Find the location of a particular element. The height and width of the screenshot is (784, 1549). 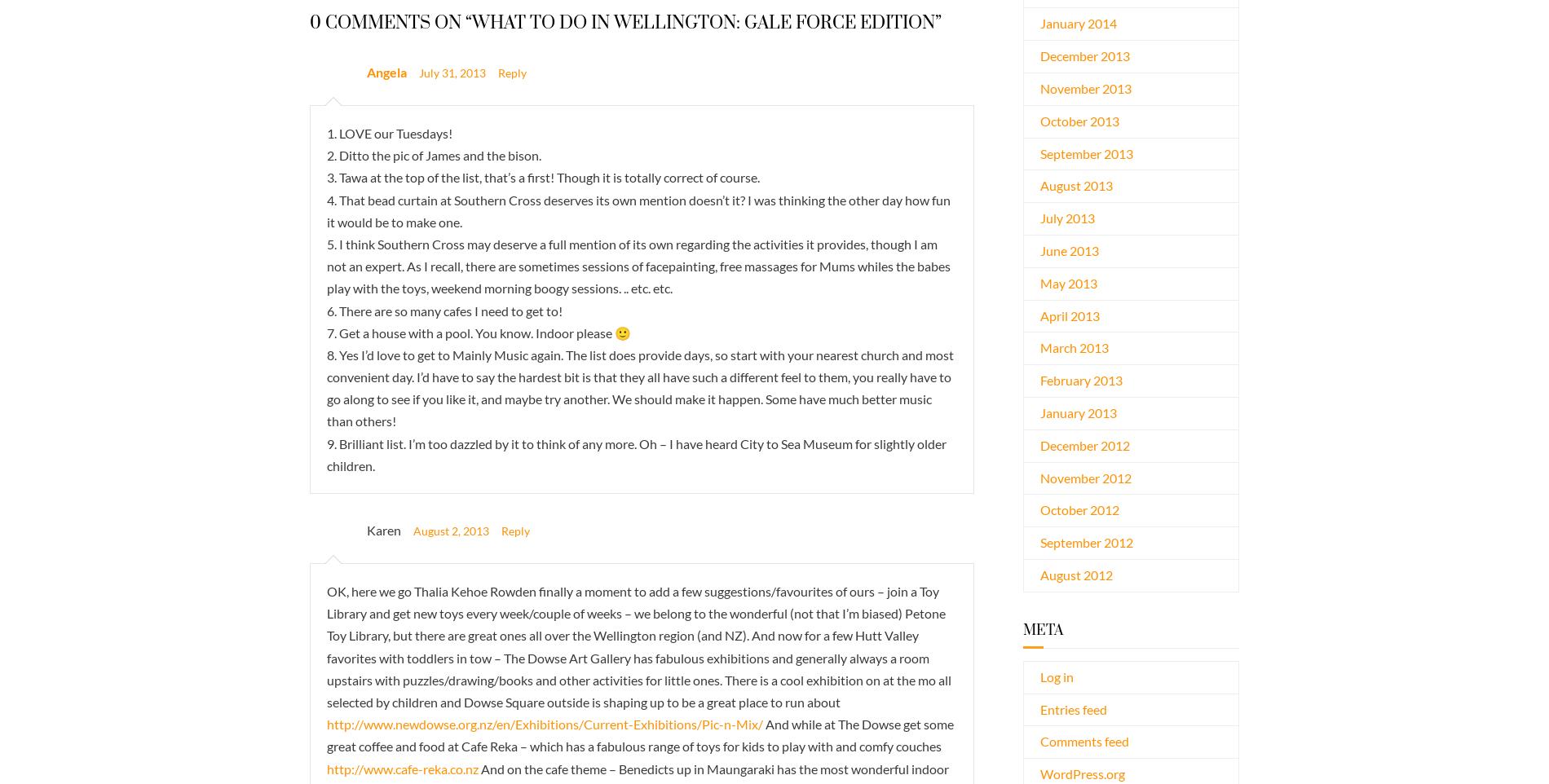

'July 2013' is located at coordinates (1066, 218).